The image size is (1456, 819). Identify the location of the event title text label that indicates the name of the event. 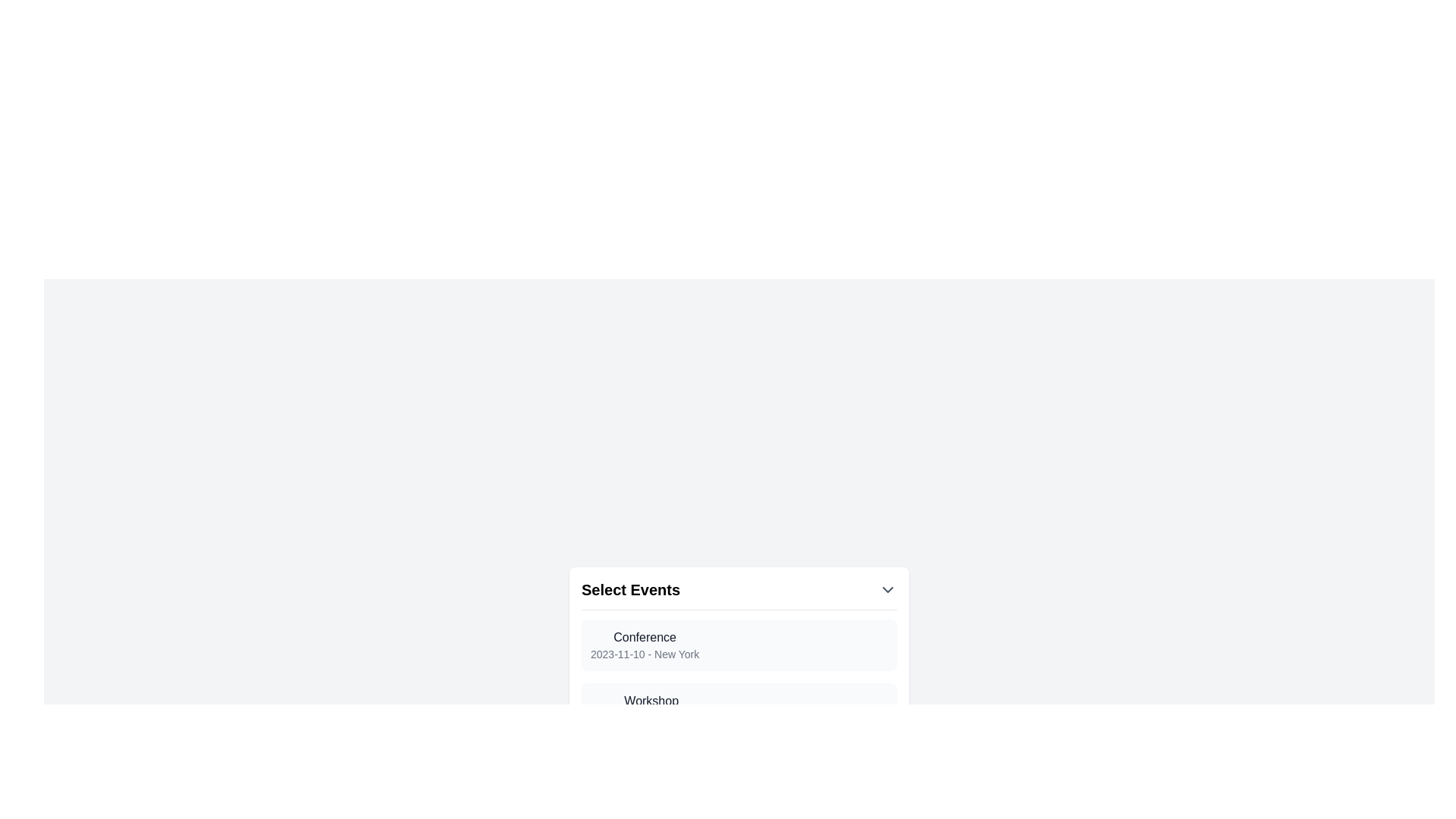
(645, 637).